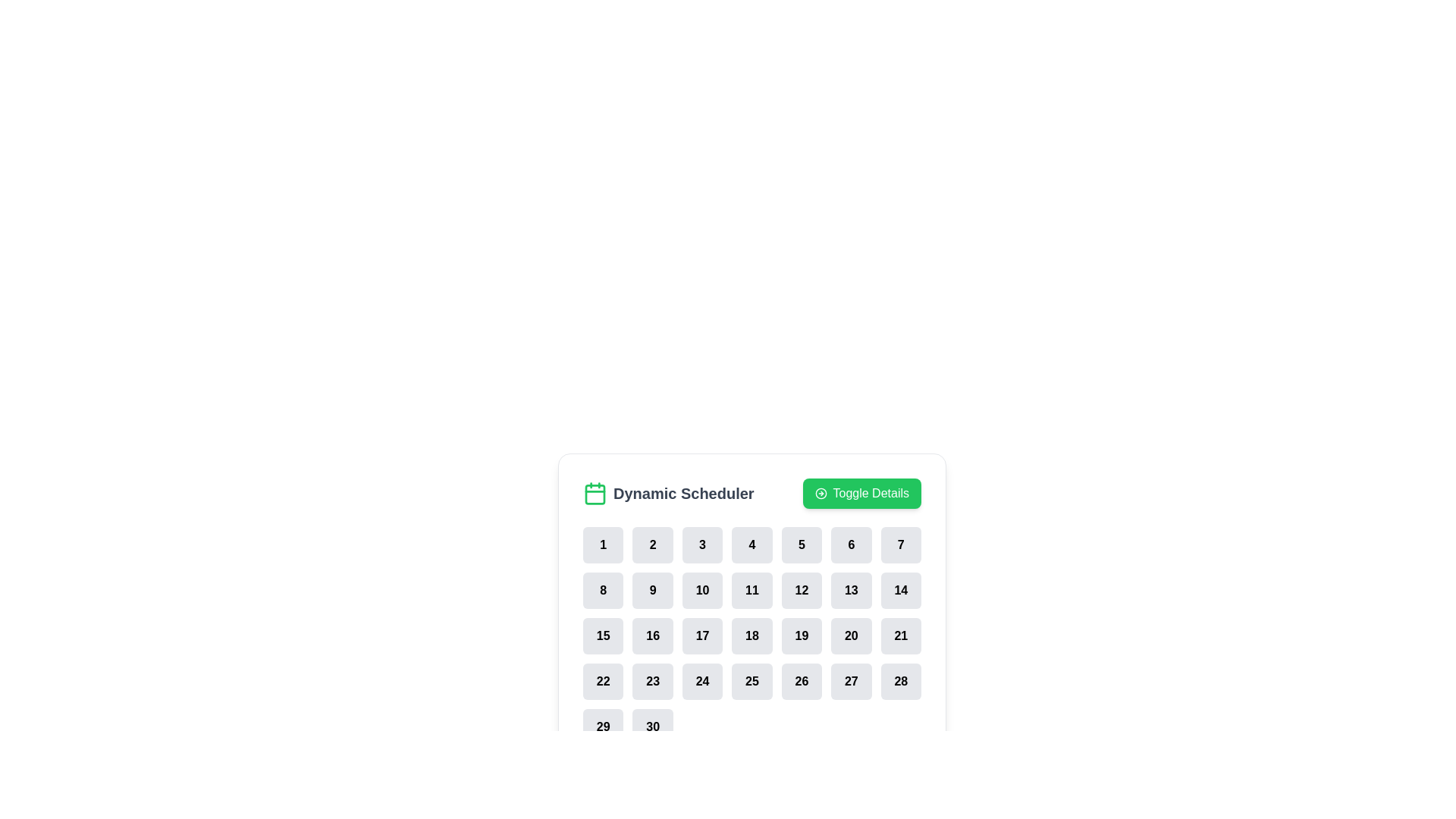 The image size is (1456, 819). Describe the element at coordinates (752, 636) in the screenshot. I see `the square button with rounded corners displaying the number '18' to change its appearance from light gray to green` at that location.